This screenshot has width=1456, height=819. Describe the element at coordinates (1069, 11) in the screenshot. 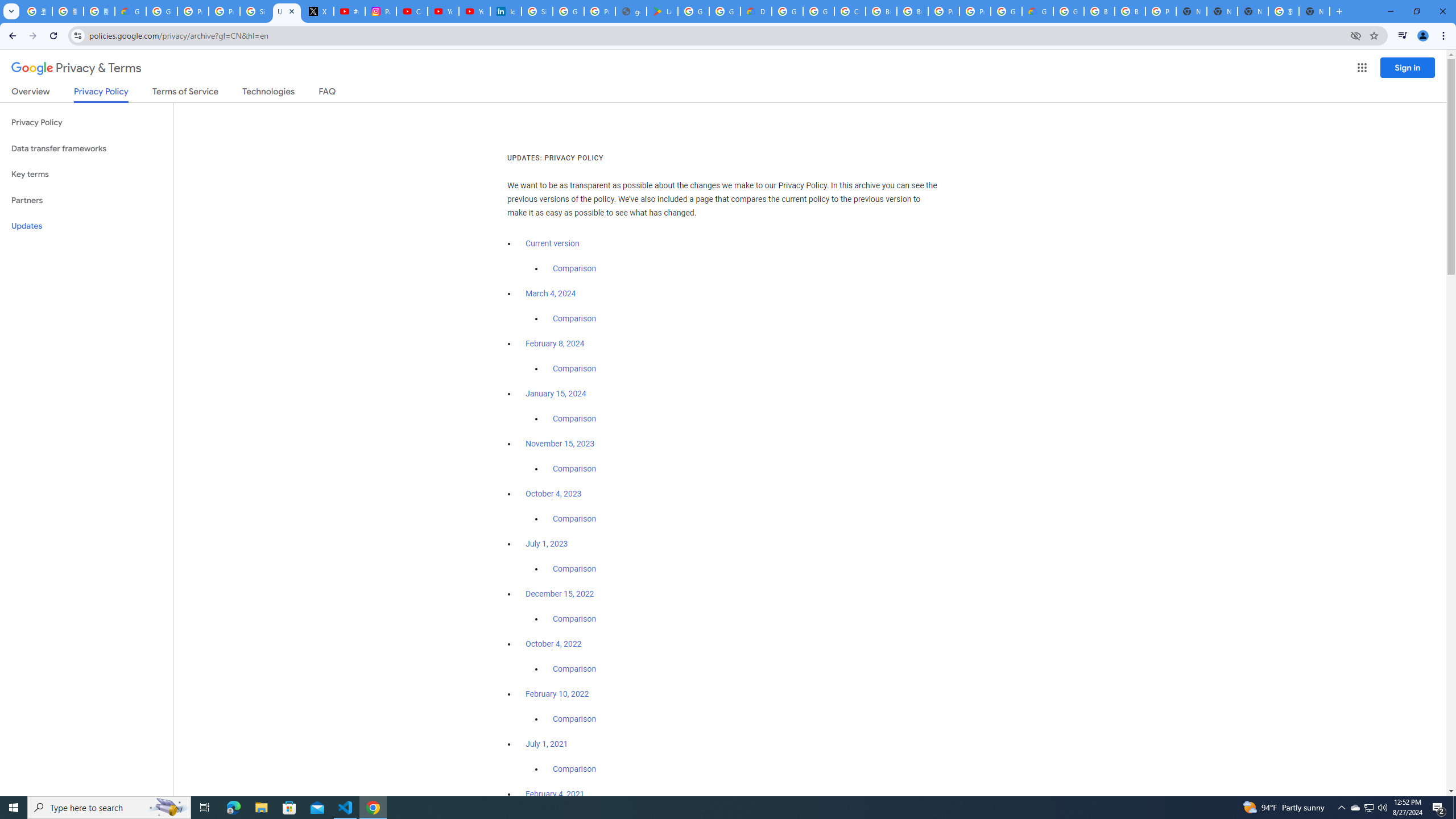

I see `'Google Cloud Platform'` at that location.